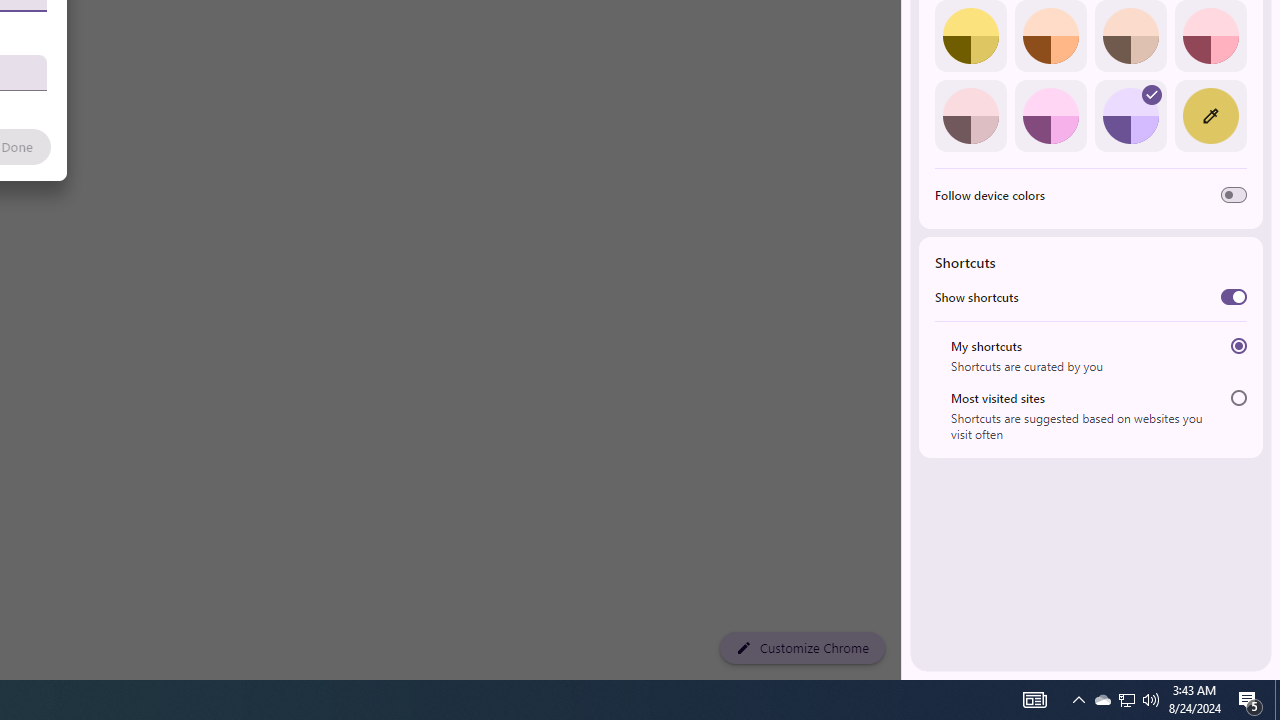  I want to click on 'Orange', so click(1049, 36).